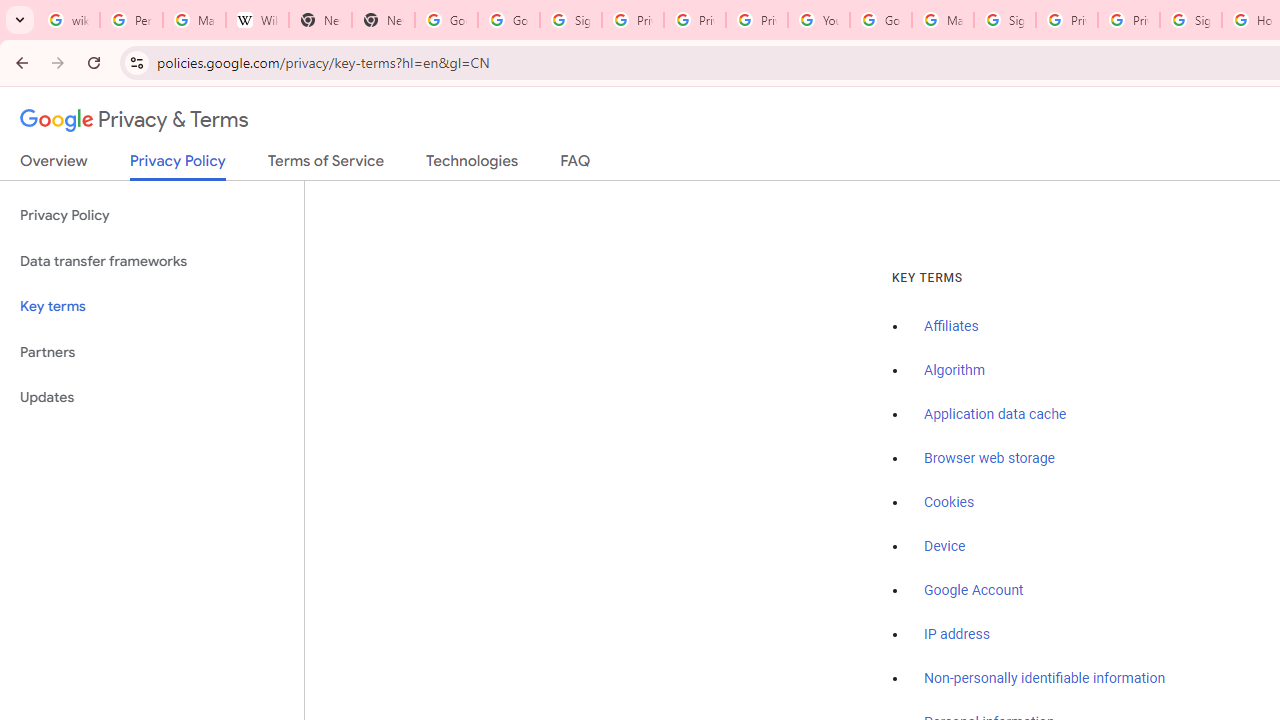  I want to click on 'Google Account', so click(974, 589).